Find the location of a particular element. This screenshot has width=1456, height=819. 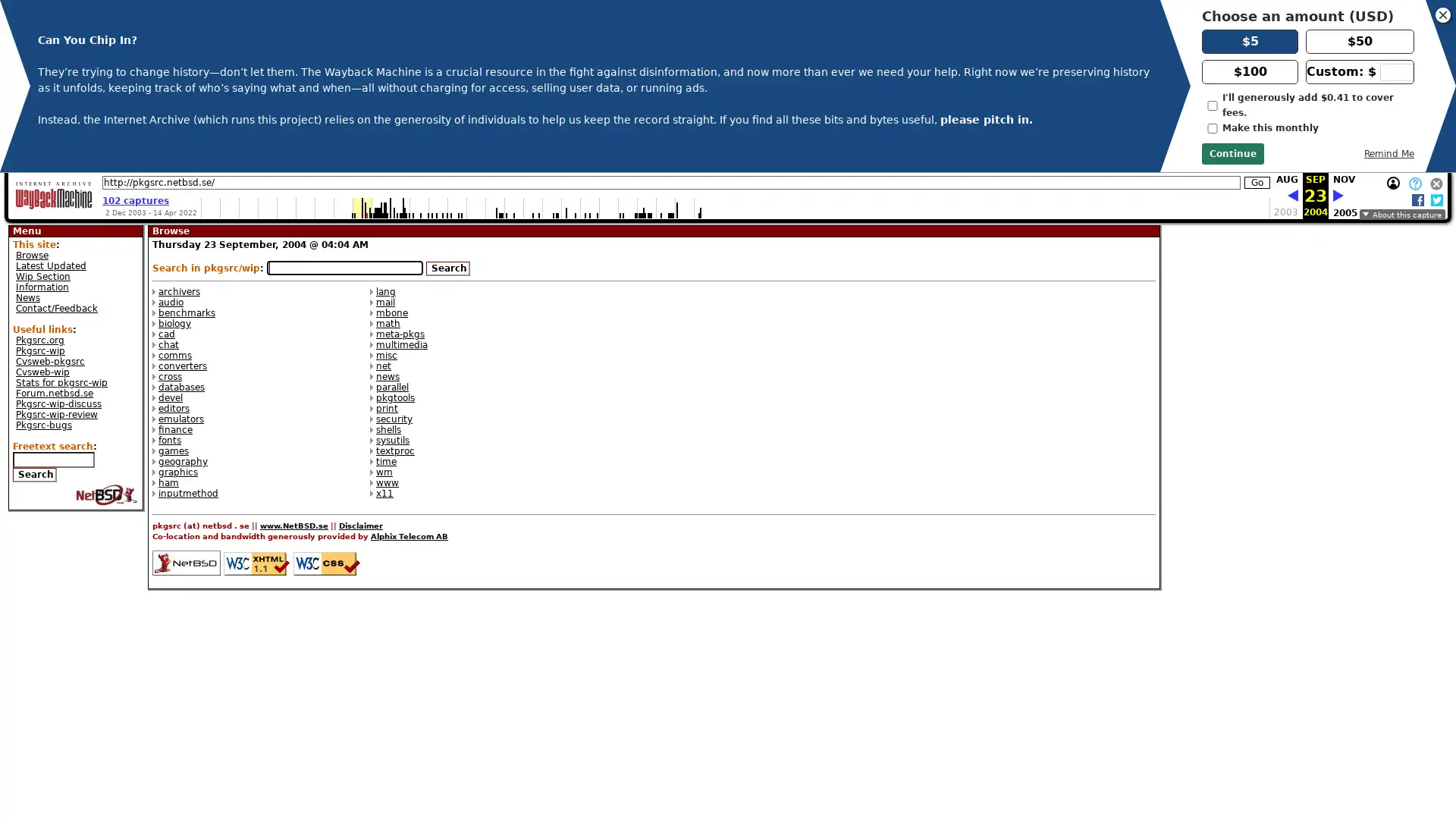

Search is located at coordinates (35, 474).